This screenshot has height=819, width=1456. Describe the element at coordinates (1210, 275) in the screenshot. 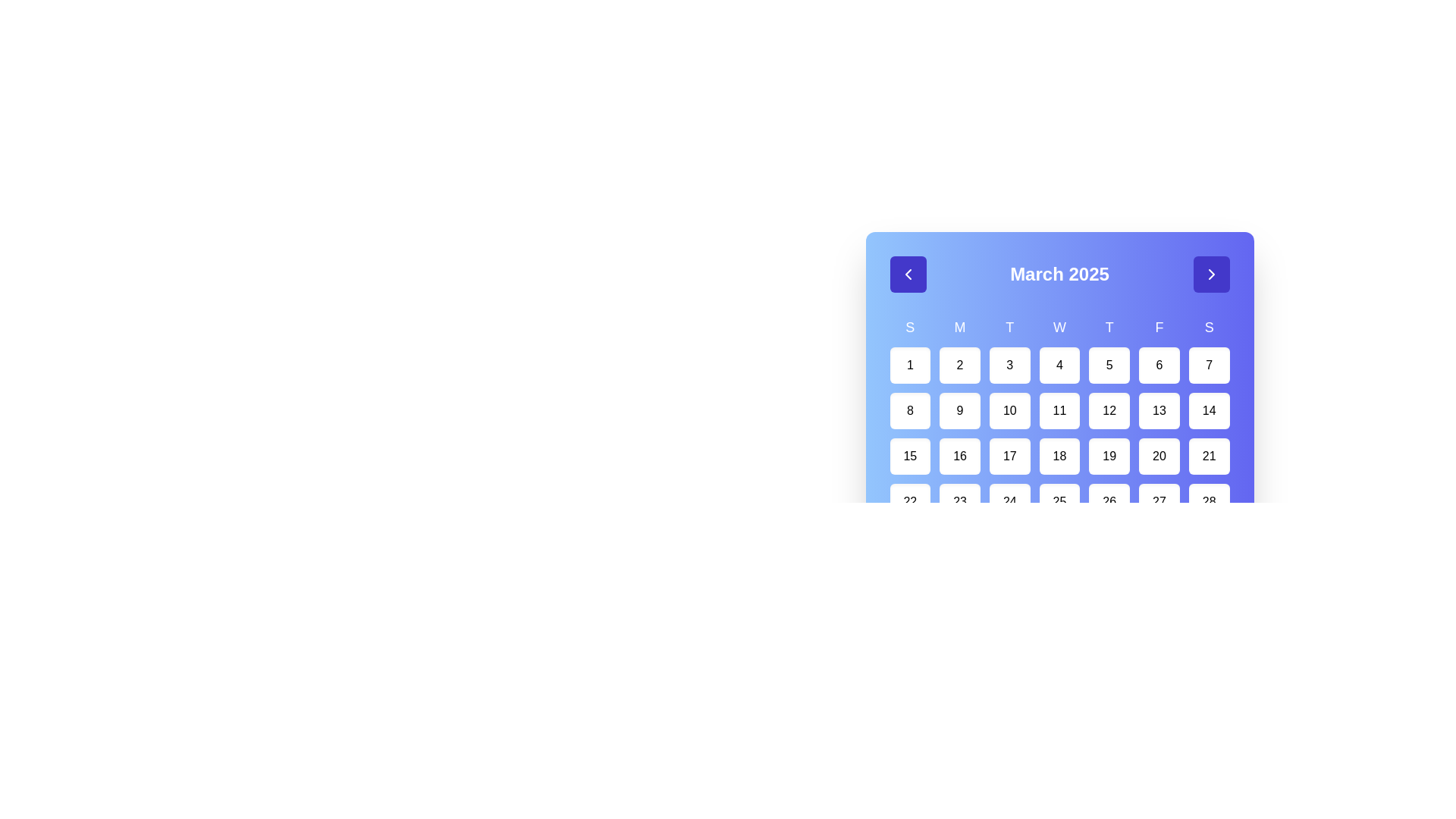

I see `the rounded rectangular button with a deep indigo background and a white arrow icon, located in the top-right corner of the calendar interface` at that location.